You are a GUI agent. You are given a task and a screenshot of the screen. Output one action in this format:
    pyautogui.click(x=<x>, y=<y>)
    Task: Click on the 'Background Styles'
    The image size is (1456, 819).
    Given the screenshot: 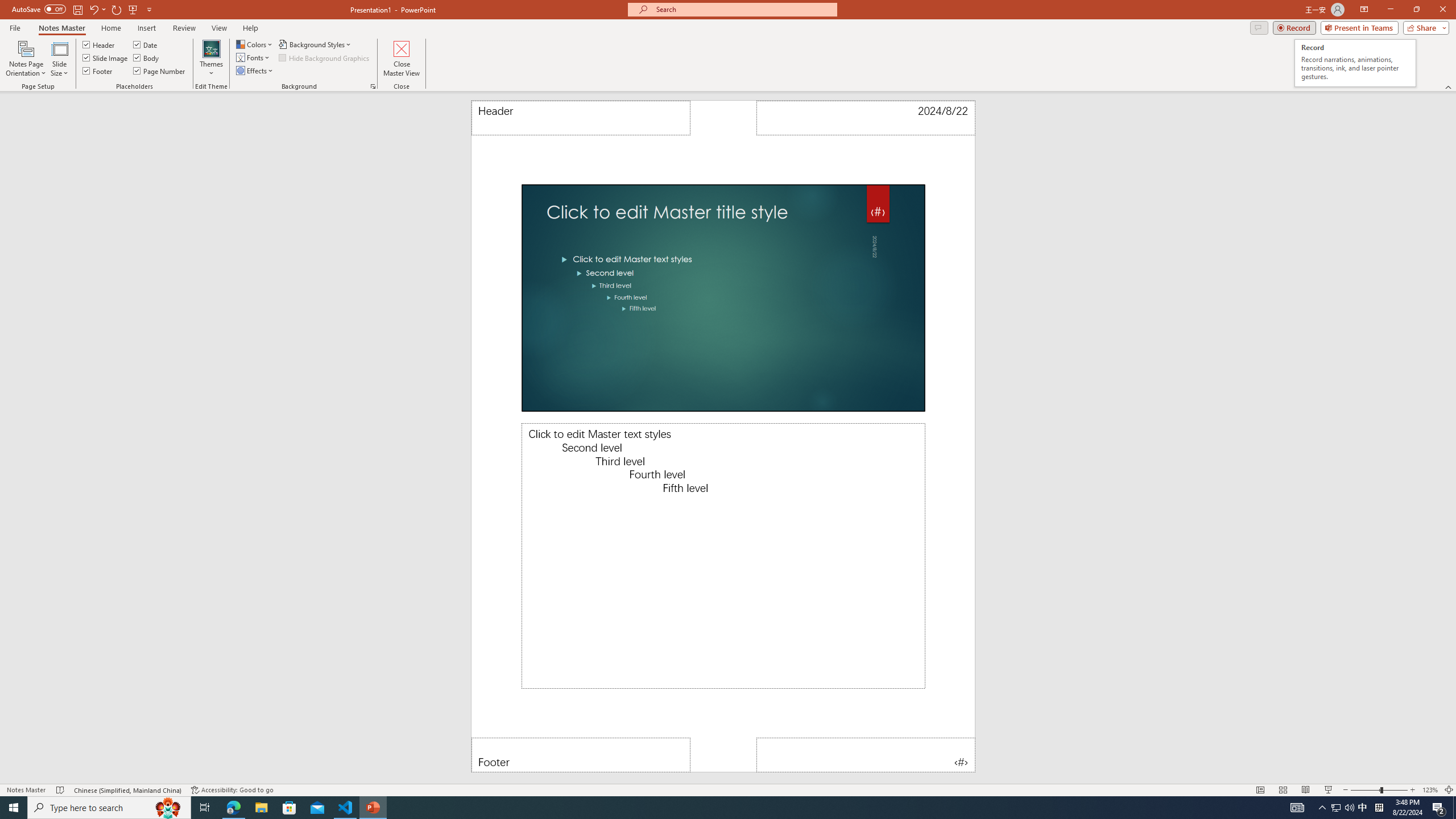 What is the action you would take?
    pyautogui.click(x=315, y=44)
    